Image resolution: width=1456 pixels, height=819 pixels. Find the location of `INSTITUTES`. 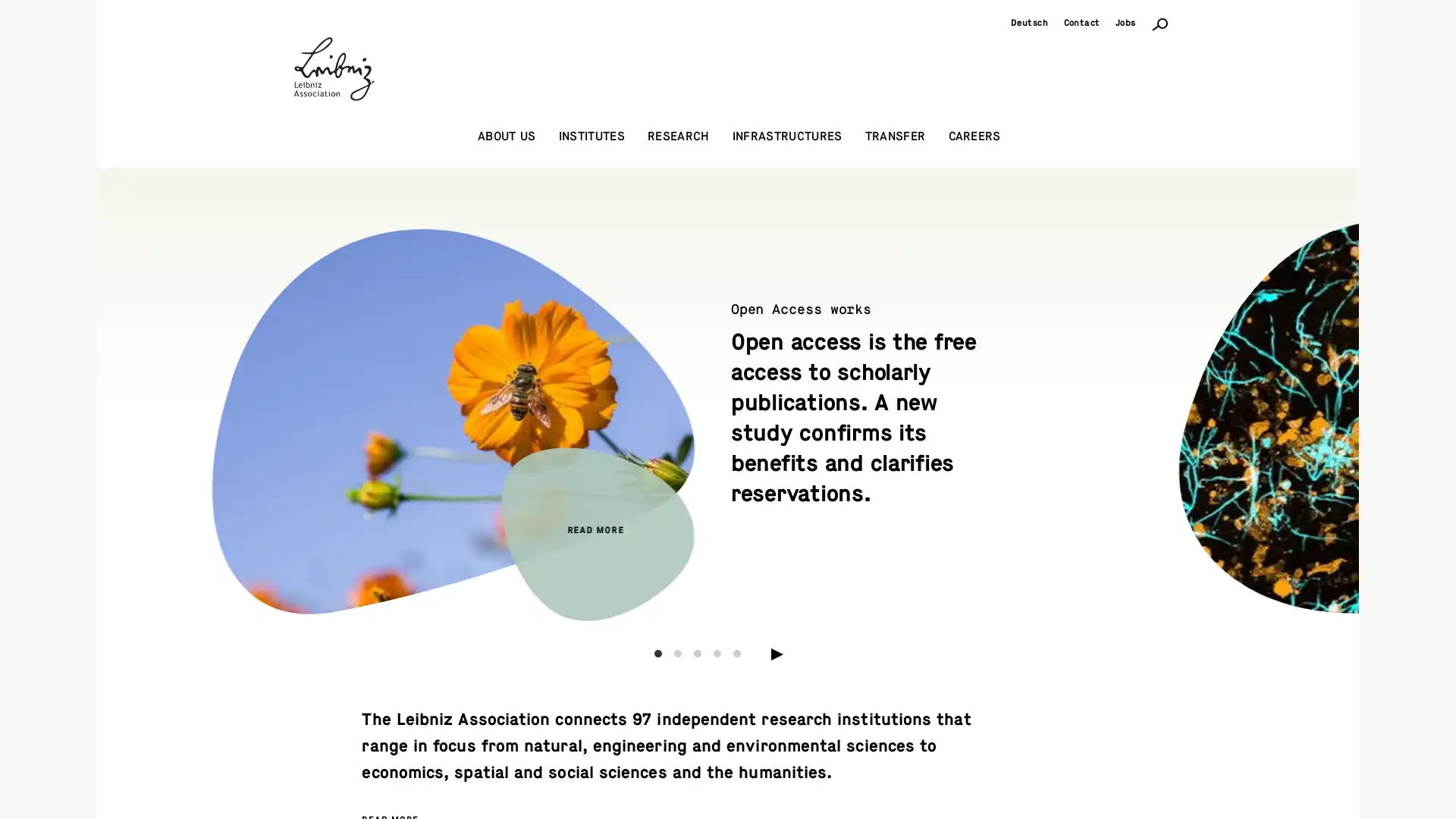

INSTITUTES is located at coordinates (590, 136).